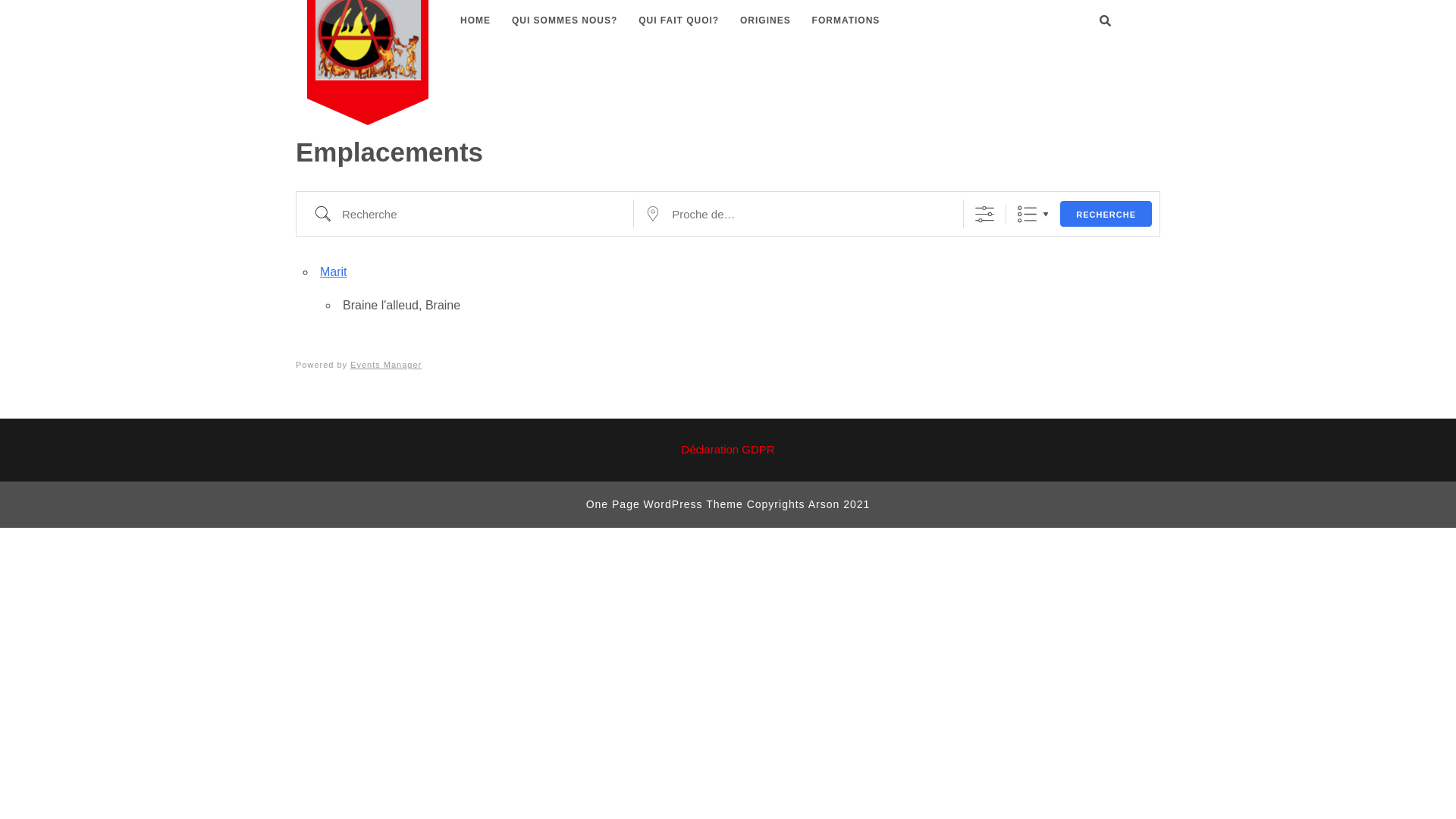  What do you see at coordinates (333, 271) in the screenshot?
I see `'Marit'` at bounding box center [333, 271].